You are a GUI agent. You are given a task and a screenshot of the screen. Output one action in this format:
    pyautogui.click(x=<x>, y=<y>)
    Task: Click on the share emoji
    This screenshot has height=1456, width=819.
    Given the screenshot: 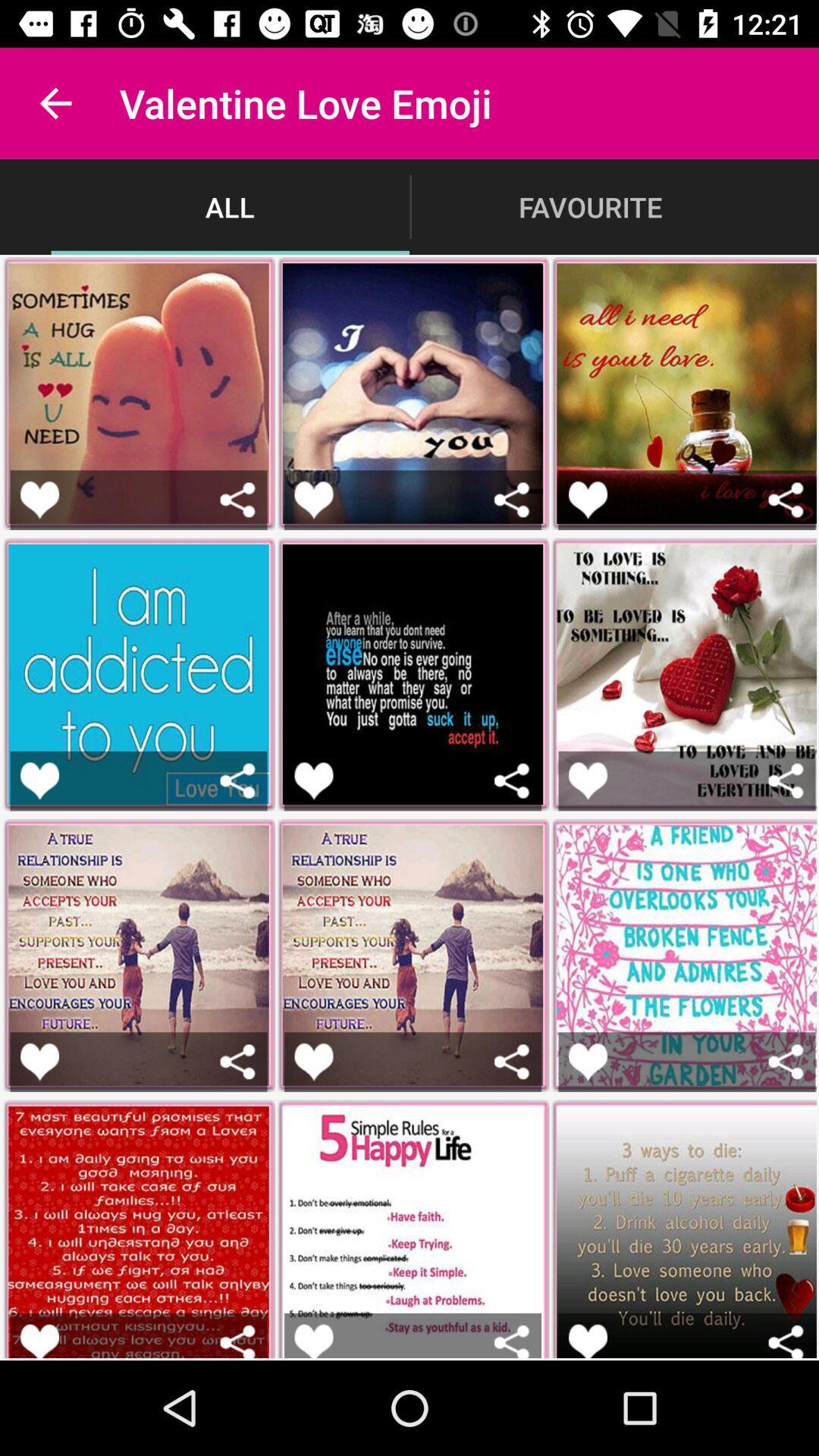 What is the action you would take?
    pyautogui.click(x=512, y=500)
    